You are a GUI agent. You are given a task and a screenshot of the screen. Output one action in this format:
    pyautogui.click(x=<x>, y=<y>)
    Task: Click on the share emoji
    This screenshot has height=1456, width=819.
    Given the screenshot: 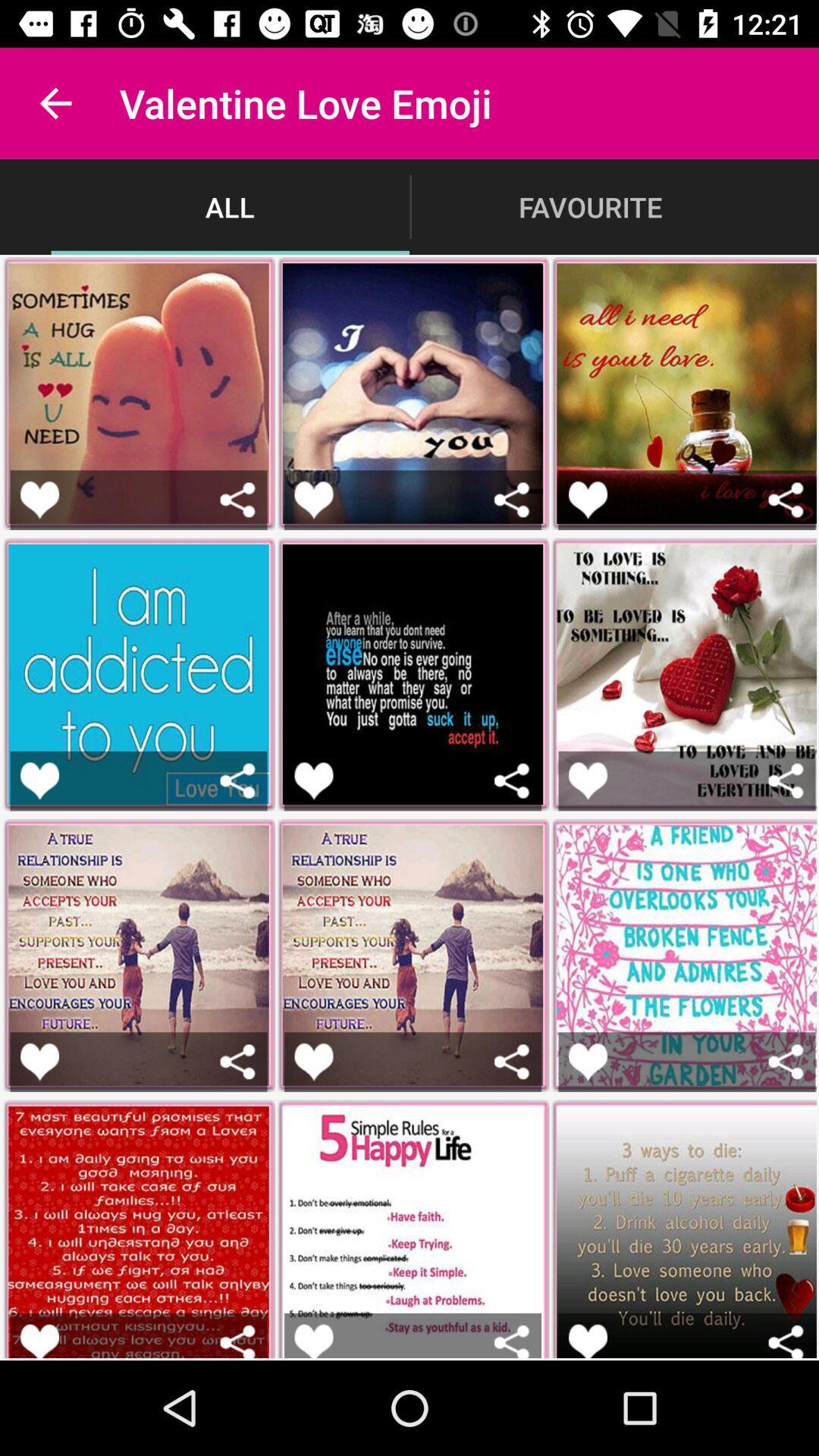 What is the action you would take?
    pyautogui.click(x=512, y=500)
    